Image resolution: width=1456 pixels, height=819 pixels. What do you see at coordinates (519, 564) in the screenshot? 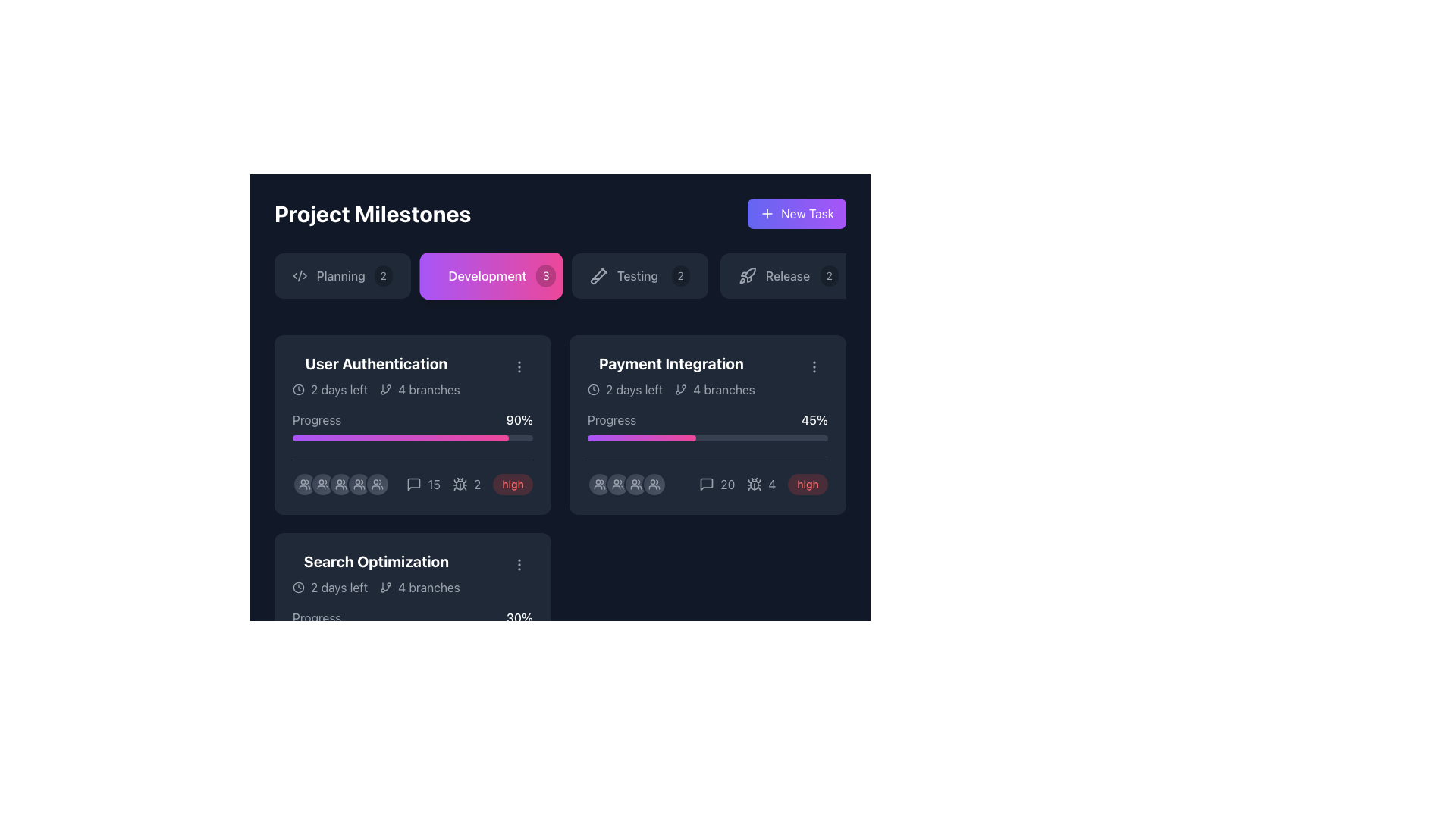
I see `the ellipsis icon located at the bottom-right corner of the 'Search Optimization' card` at bounding box center [519, 564].